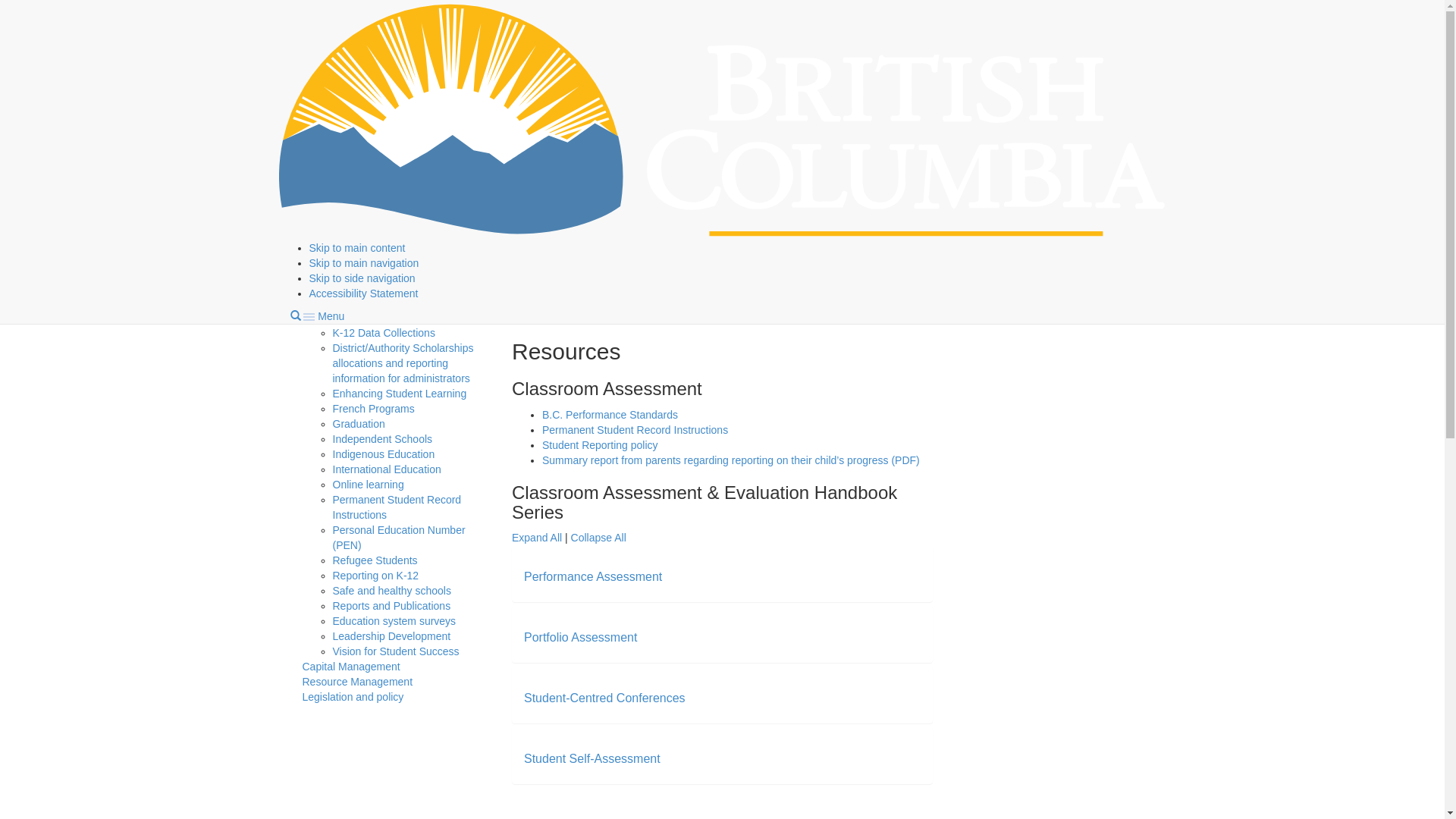  Describe the element at coordinates (383, 453) in the screenshot. I see `'Indigenous Education'` at that location.